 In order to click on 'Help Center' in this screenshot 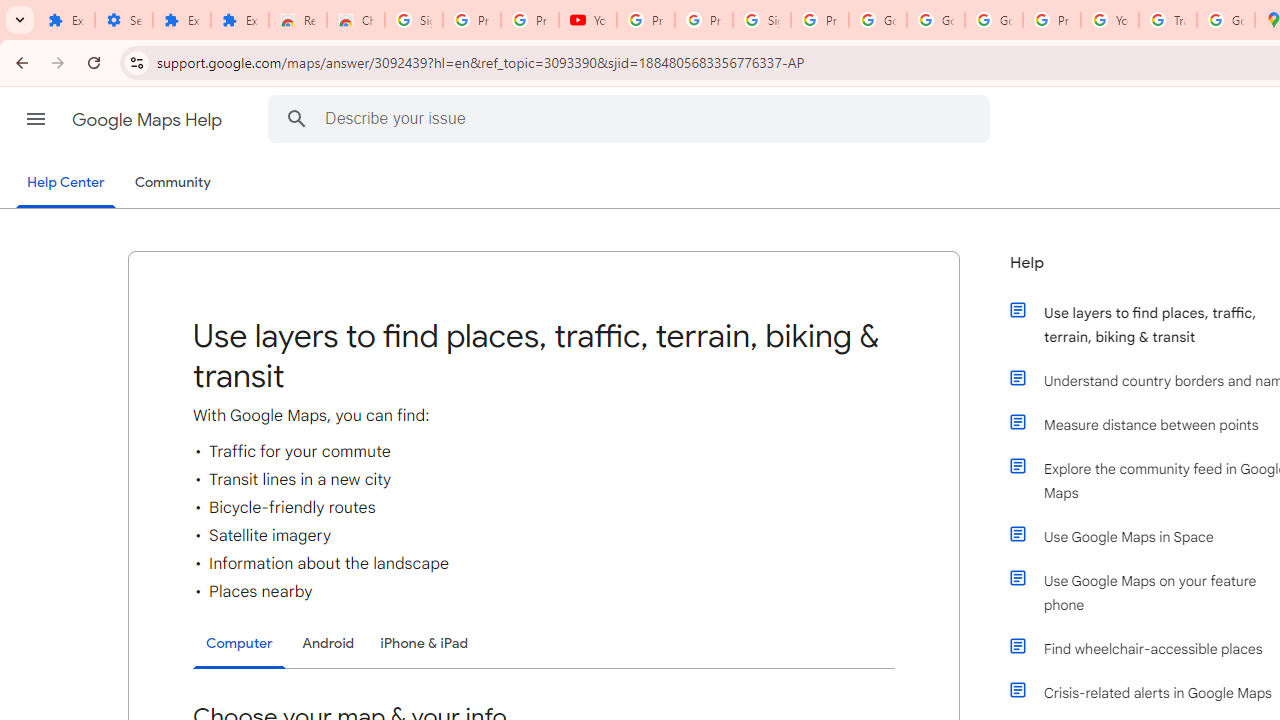, I will do `click(65, 183)`.